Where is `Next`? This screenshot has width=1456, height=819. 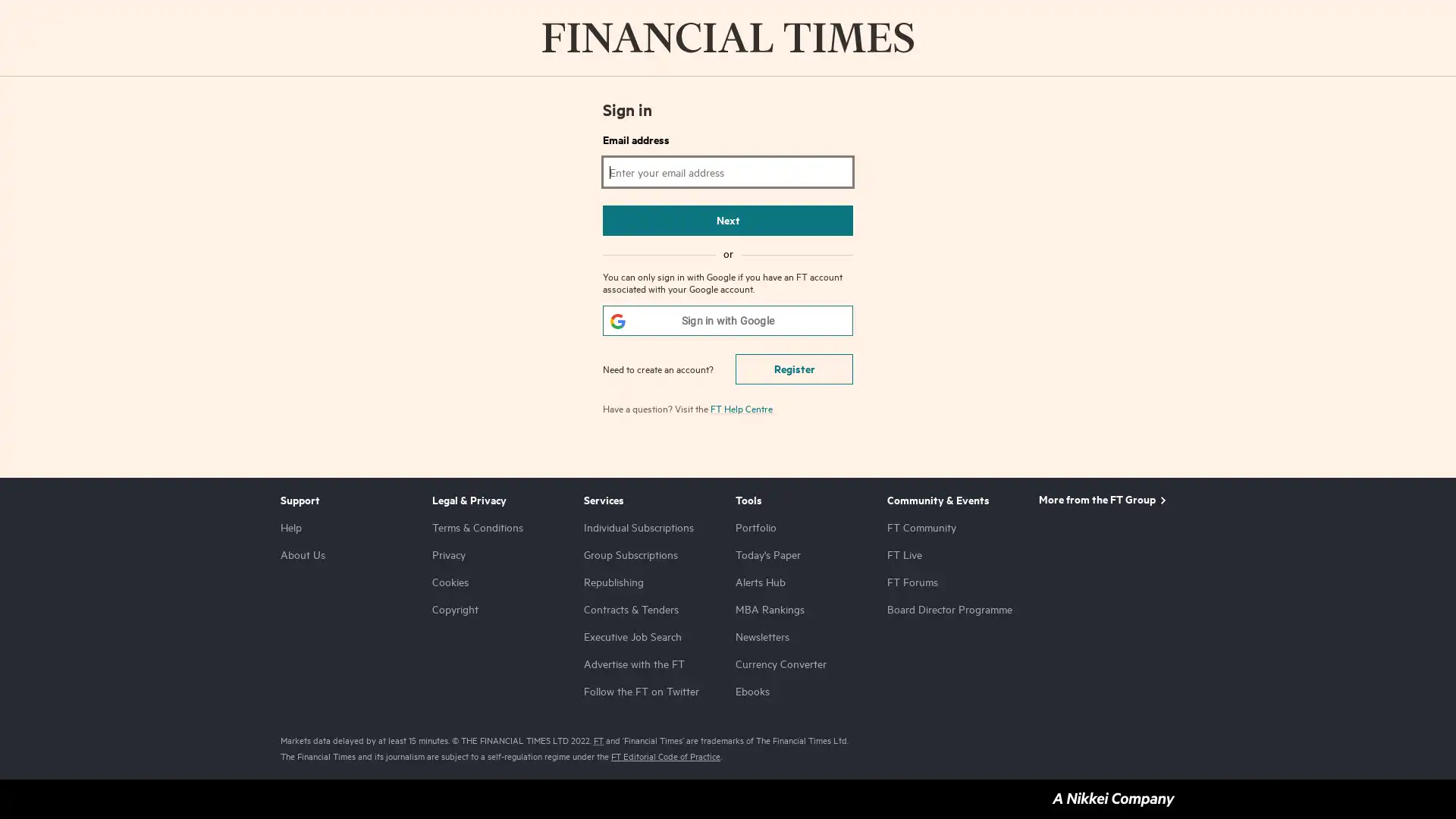 Next is located at coordinates (728, 220).